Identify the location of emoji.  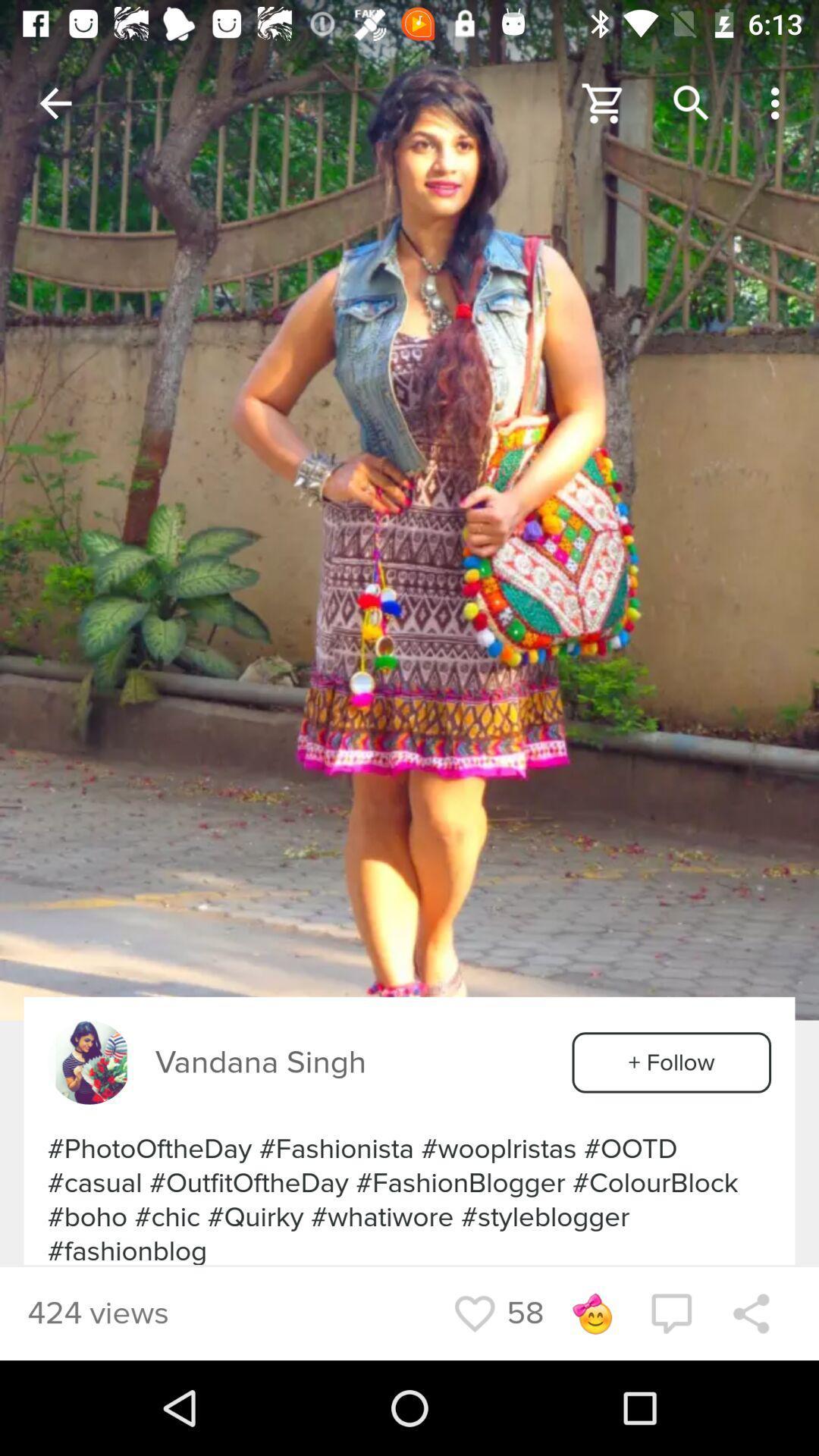
(591, 1313).